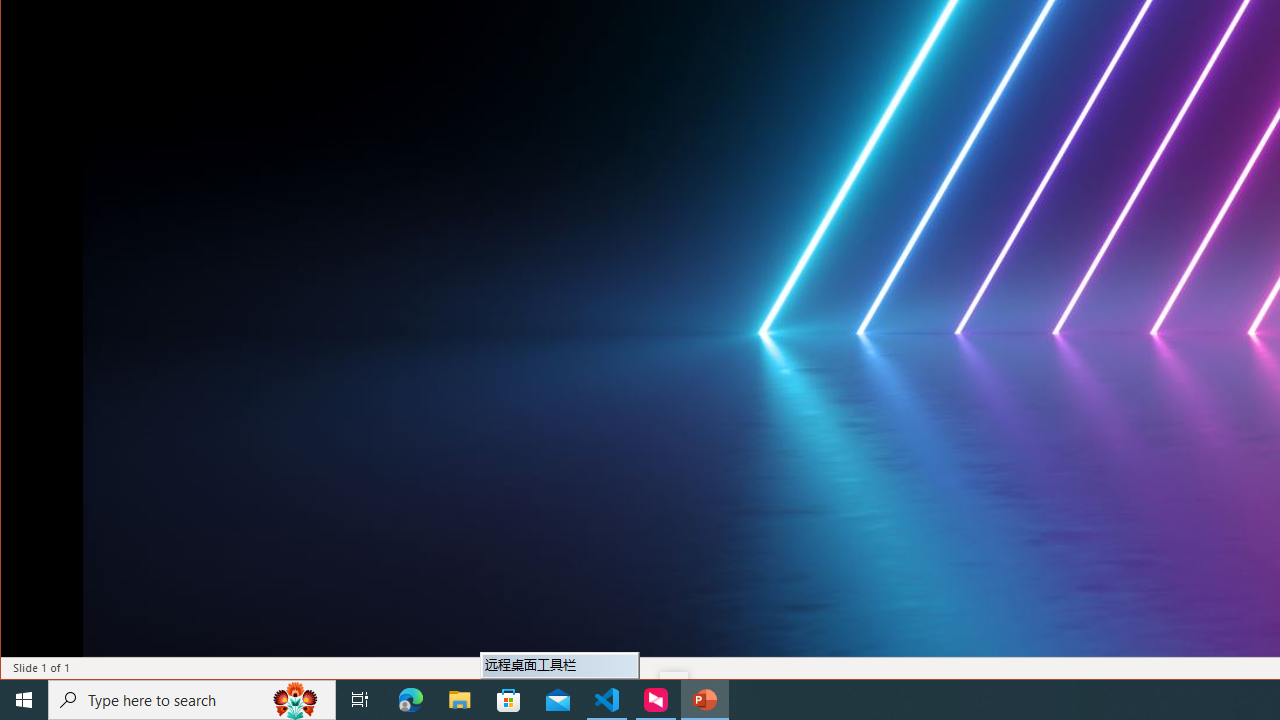 The height and width of the screenshot is (720, 1280). What do you see at coordinates (606, 698) in the screenshot?
I see `'Visual Studio Code - 1 running window'` at bounding box center [606, 698].